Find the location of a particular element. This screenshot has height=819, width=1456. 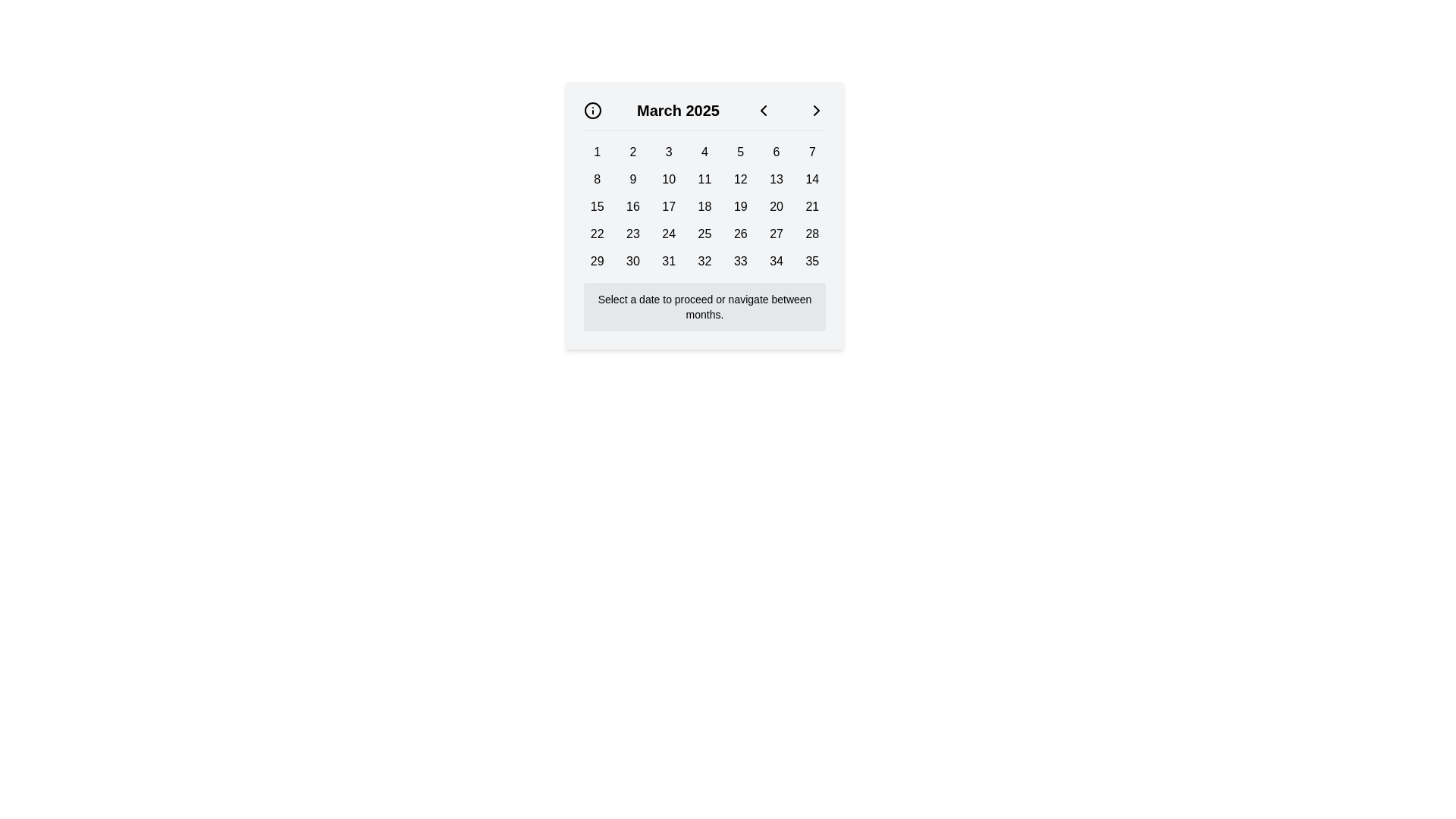

the fifth button in the first row of the calendar is located at coordinates (740, 152).